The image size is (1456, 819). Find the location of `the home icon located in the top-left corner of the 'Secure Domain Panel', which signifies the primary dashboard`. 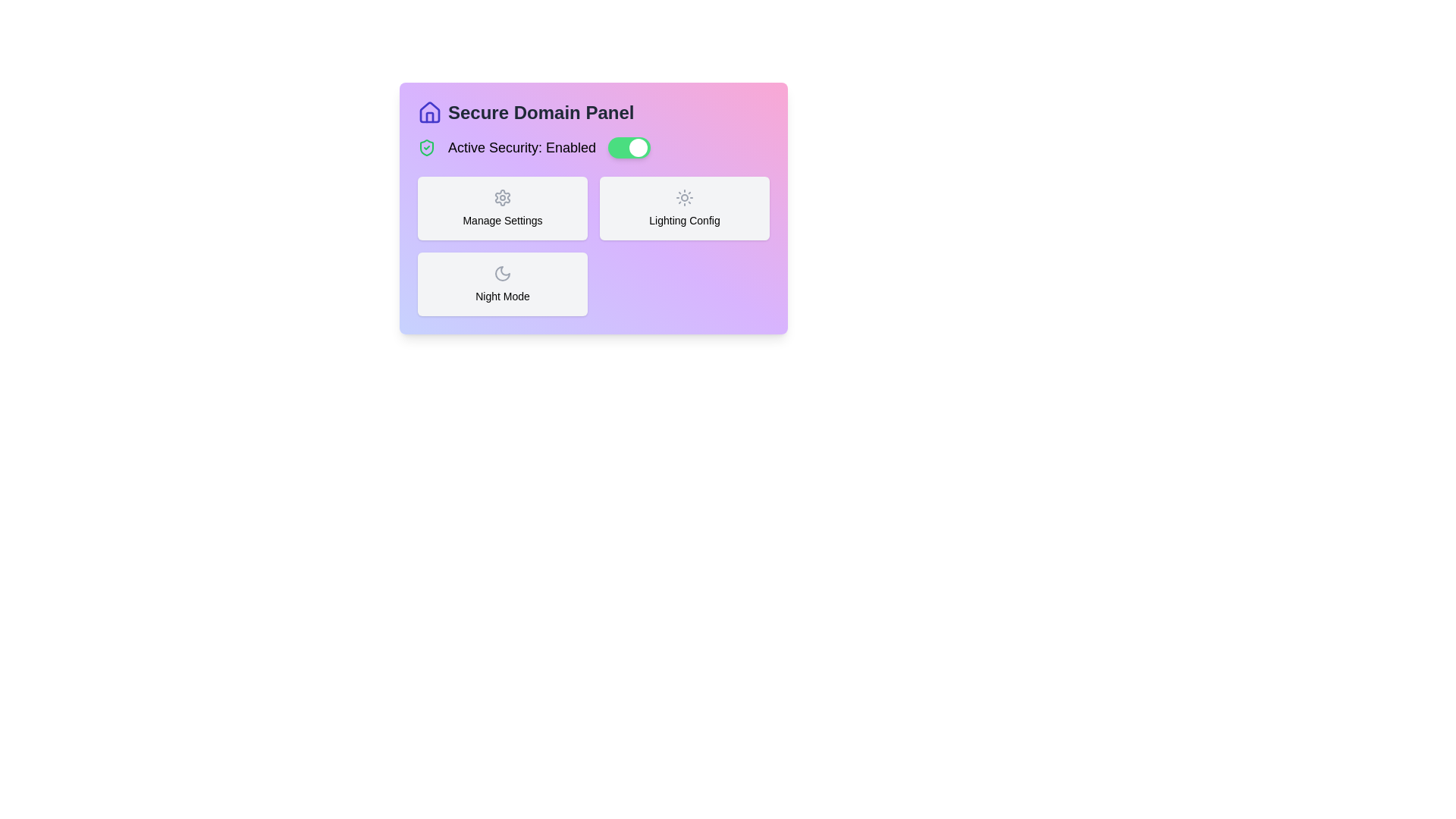

the home icon located in the top-left corner of the 'Secure Domain Panel', which signifies the primary dashboard is located at coordinates (428, 111).